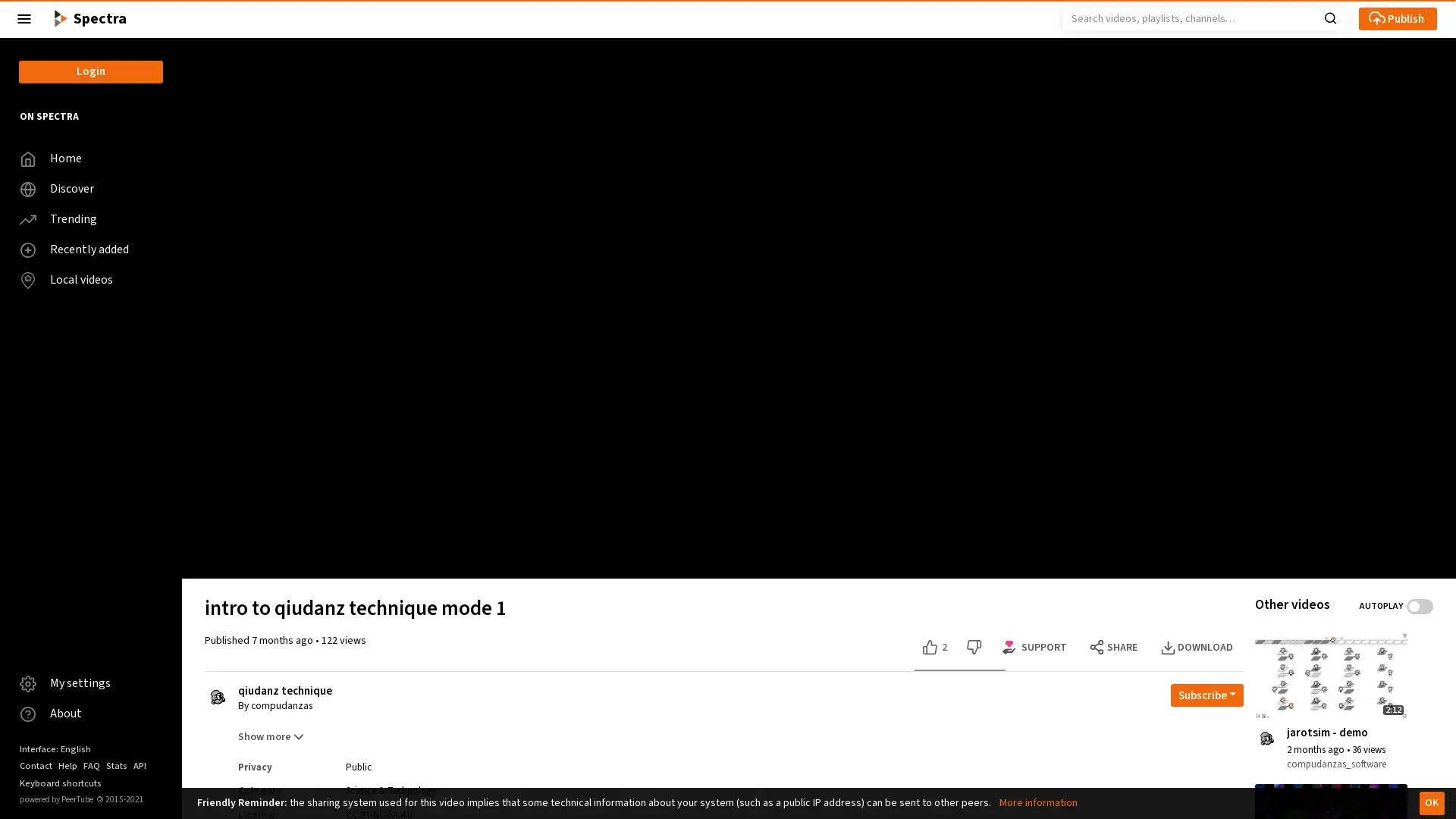 This screenshot has width=1456, height=819. What do you see at coordinates (24, 18) in the screenshot?
I see `Close the left menu` at bounding box center [24, 18].